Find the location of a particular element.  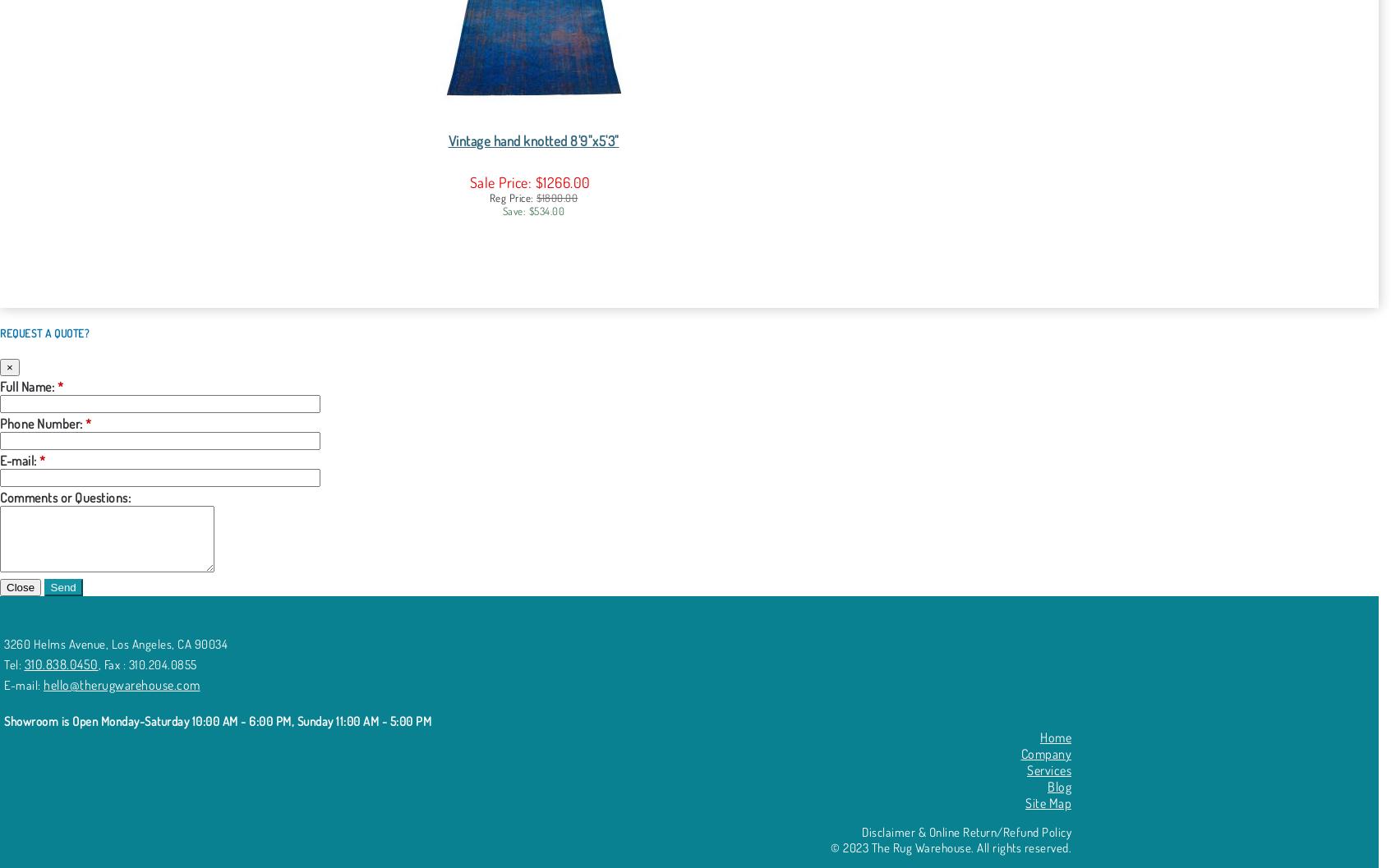

'Company' is located at coordinates (1045, 754).